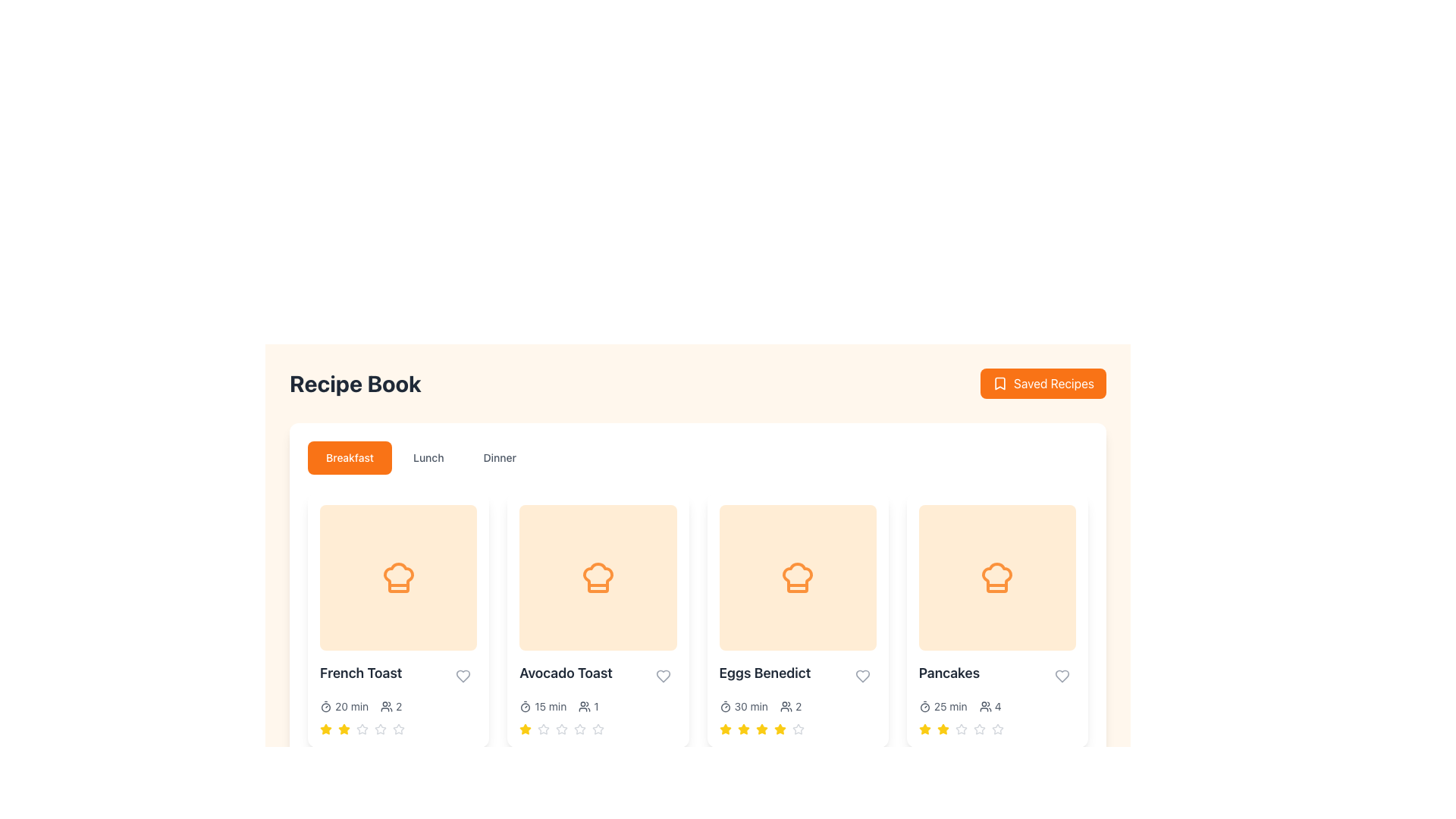 This screenshot has width=1456, height=819. What do you see at coordinates (990, 707) in the screenshot?
I see `the text and icon indicating the number of users associated with the content in the rightmost card below the subtitle 'Pancakes'` at bounding box center [990, 707].